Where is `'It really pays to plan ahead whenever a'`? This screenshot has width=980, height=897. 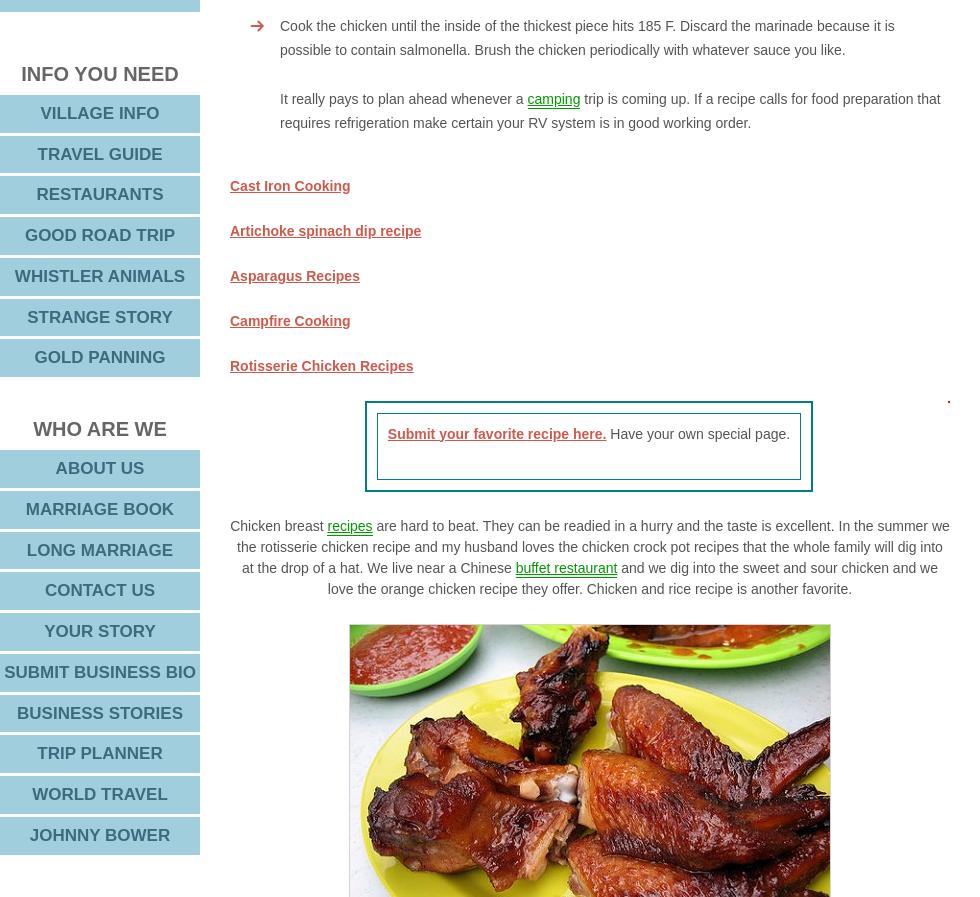 'It really pays to plan ahead whenever a' is located at coordinates (403, 97).